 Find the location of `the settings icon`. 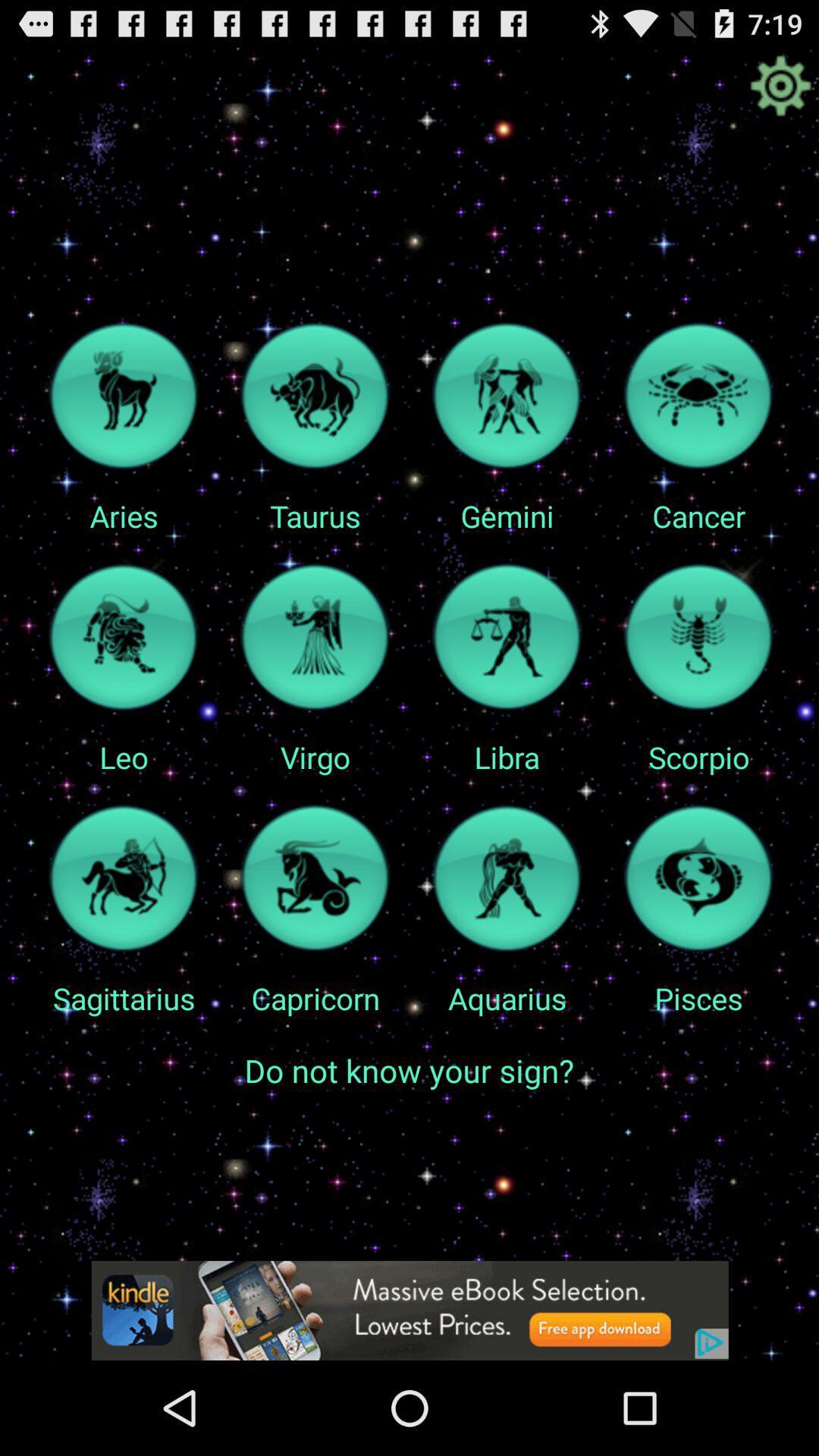

the settings icon is located at coordinates (780, 91).